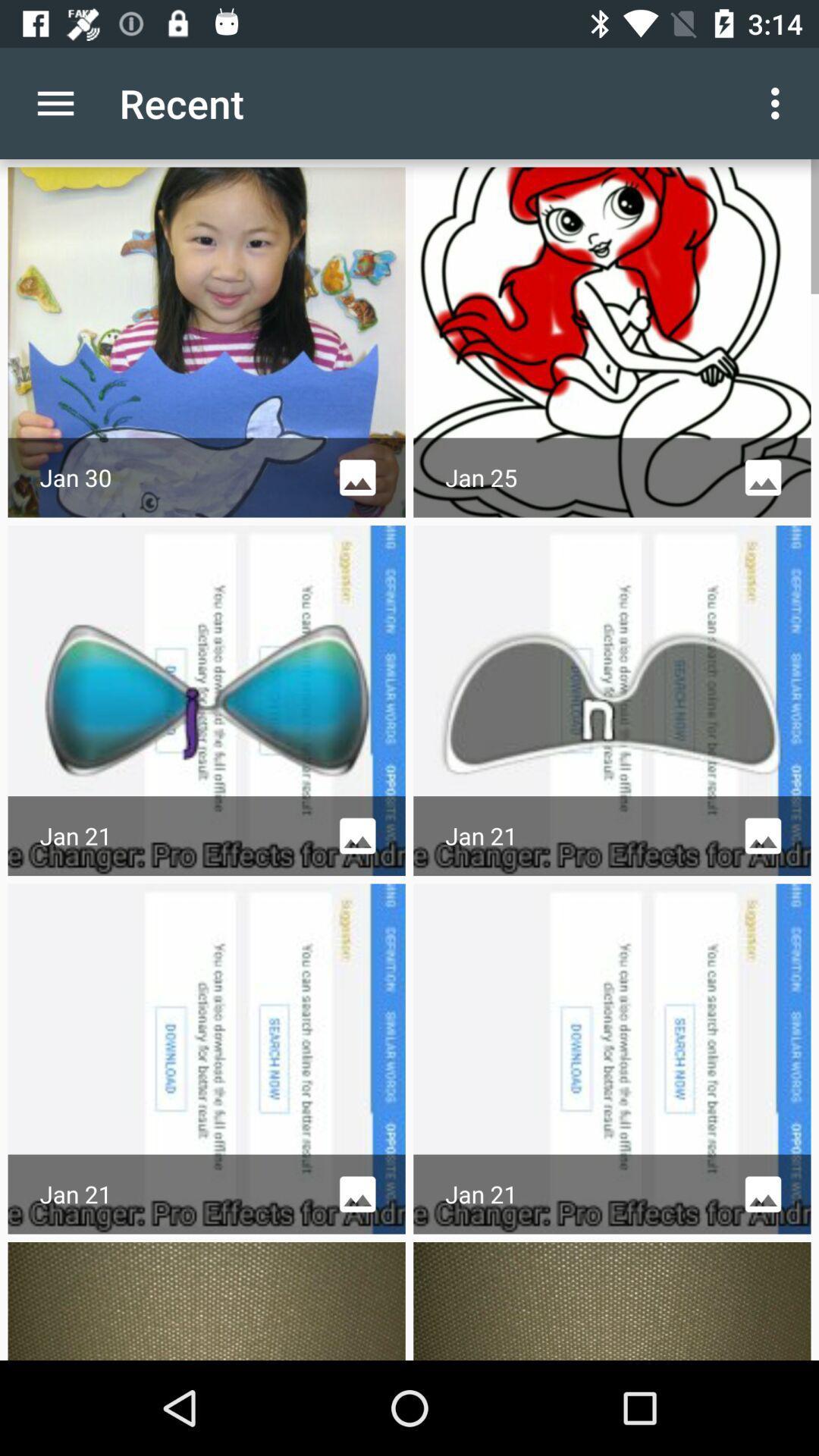 The image size is (819, 1456). I want to click on icon next to the recent app, so click(55, 102).